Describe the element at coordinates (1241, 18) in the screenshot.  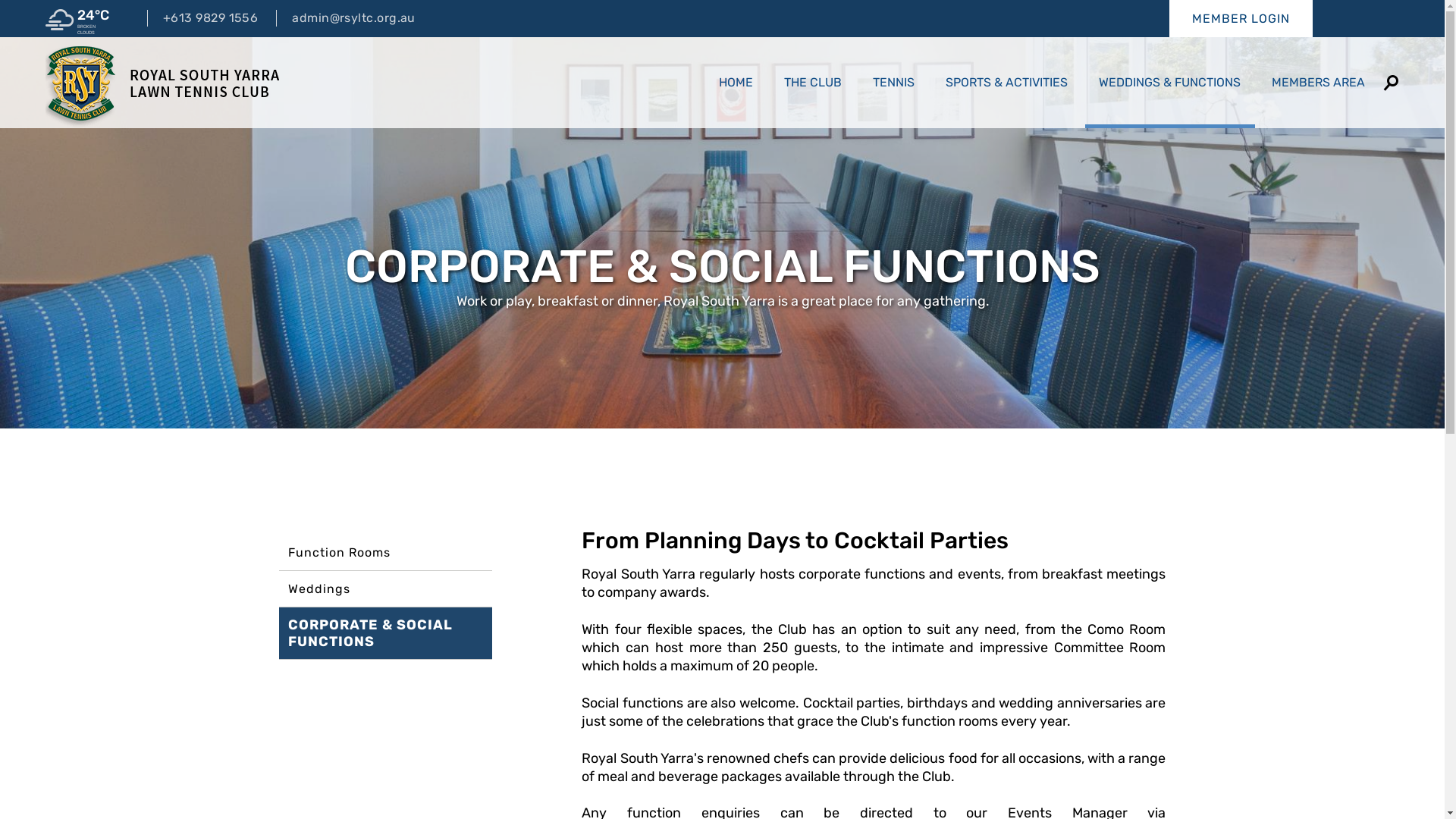
I see `'MEMBER LOGIN'` at that location.